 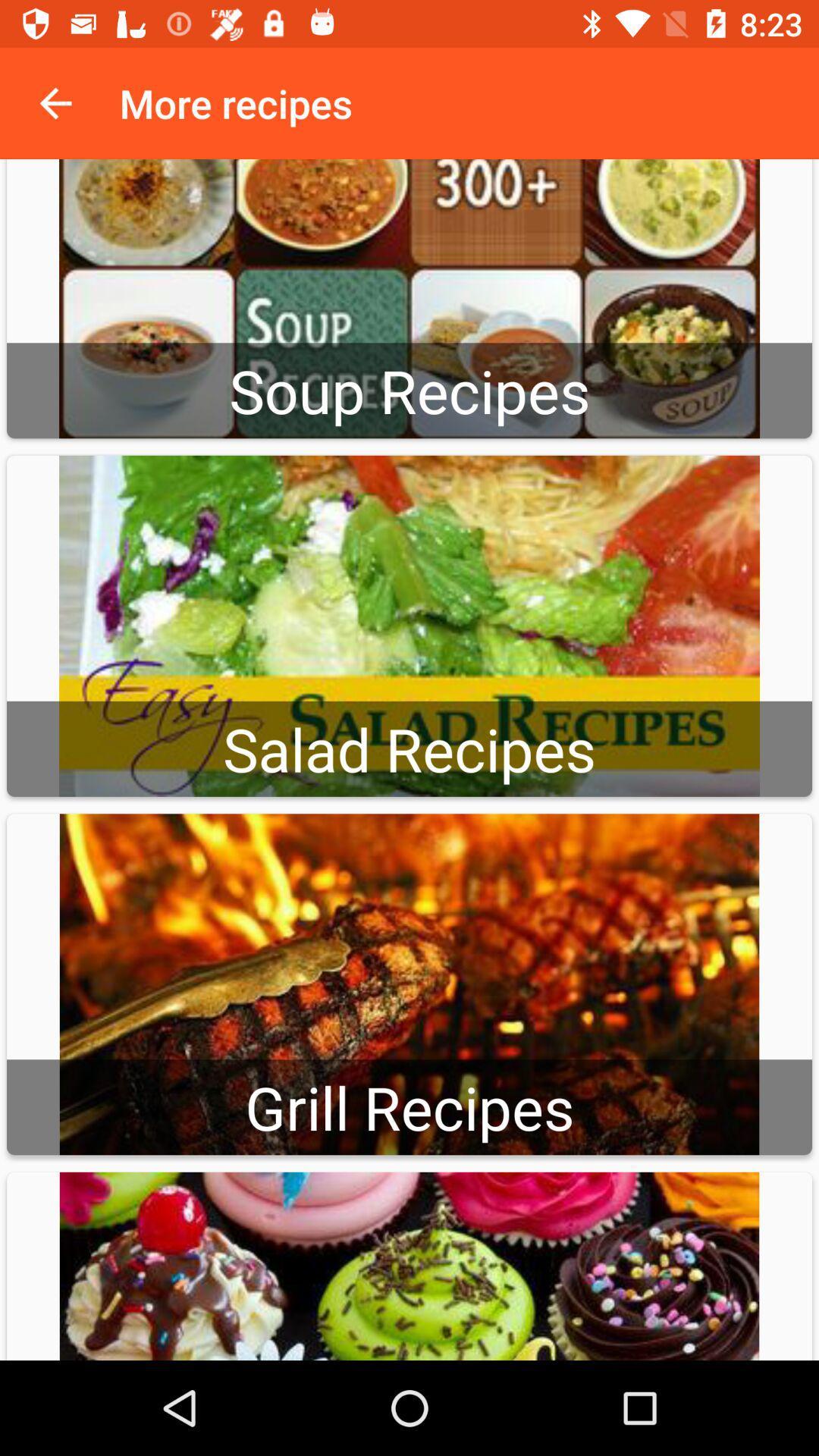 What do you see at coordinates (55, 102) in the screenshot?
I see `item to the left of the more recipes` at bounding box center [55, 102].